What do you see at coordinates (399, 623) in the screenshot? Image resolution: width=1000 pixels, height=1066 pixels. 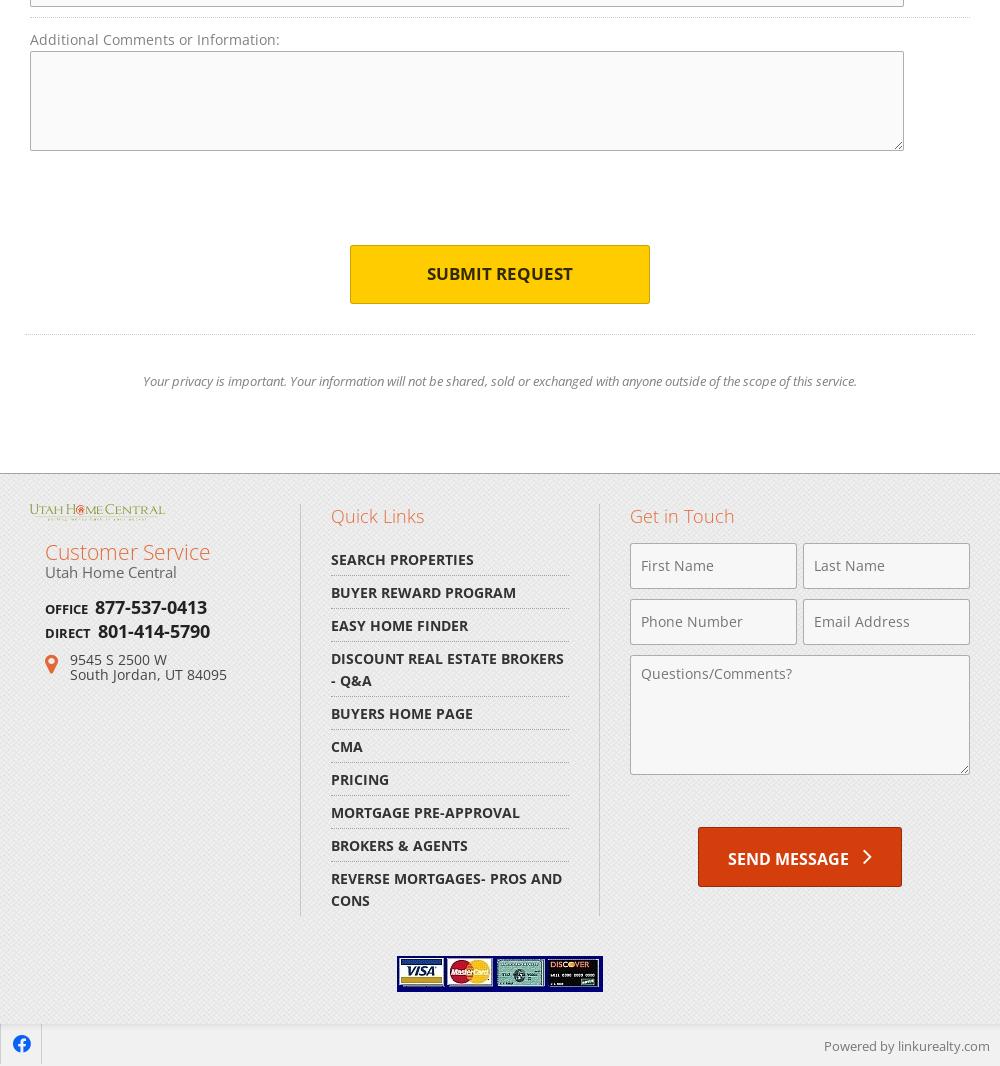 I see `'Easy Home Finder'` at bounding box center [399, 623].